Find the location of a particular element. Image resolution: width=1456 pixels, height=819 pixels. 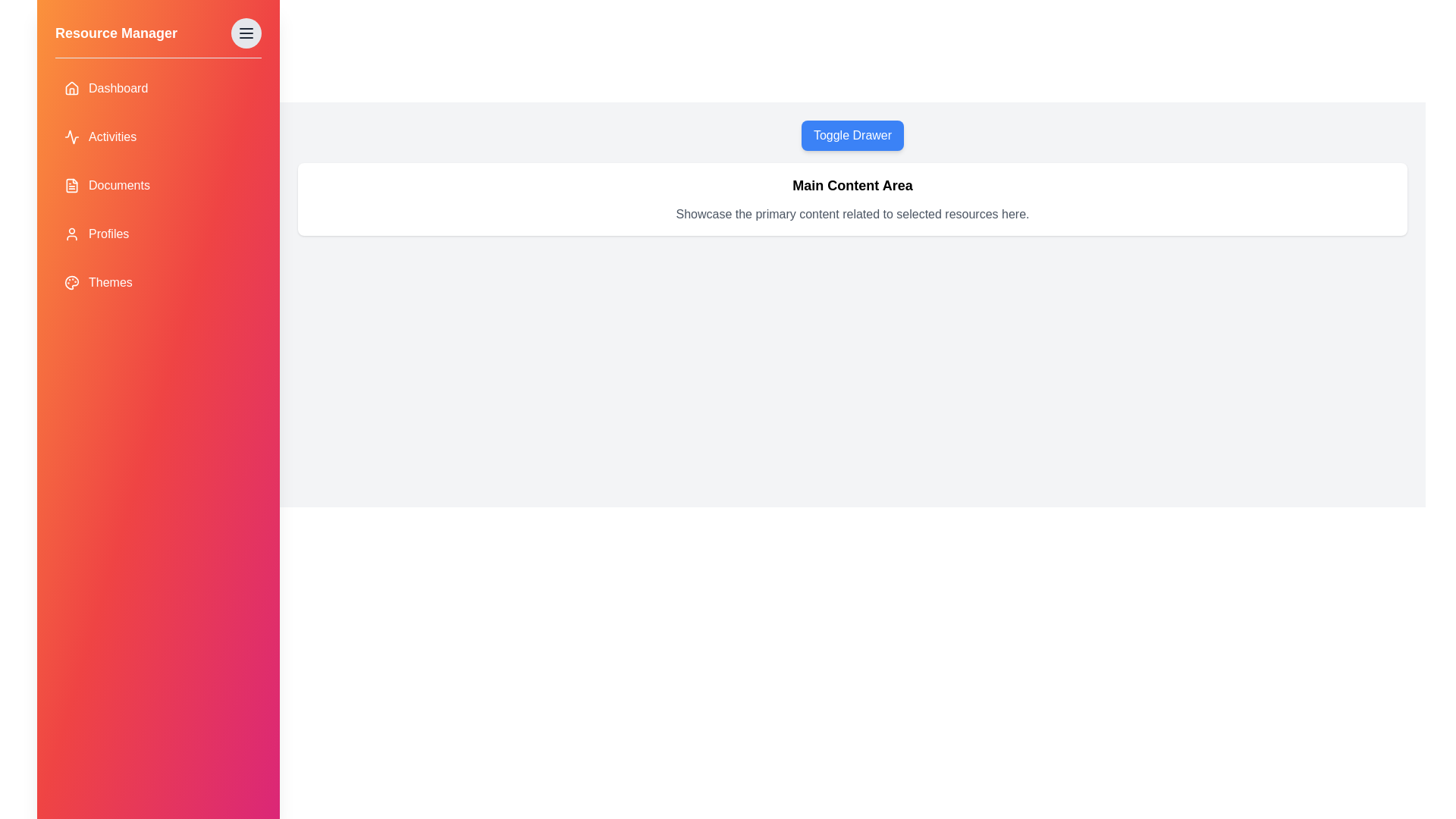

the 'Resource Manager' header in the drawer is located at coordinates (158, 37).